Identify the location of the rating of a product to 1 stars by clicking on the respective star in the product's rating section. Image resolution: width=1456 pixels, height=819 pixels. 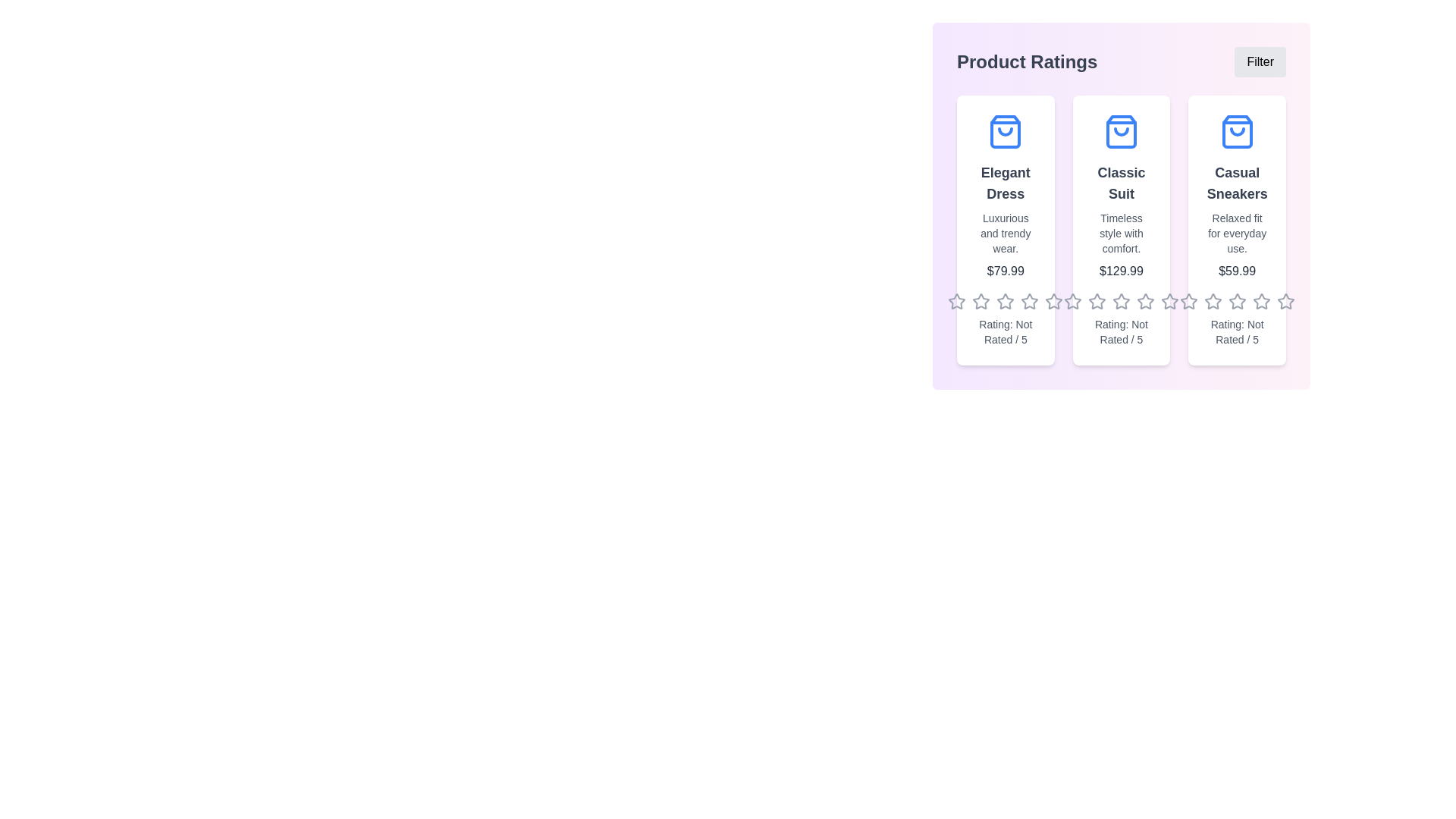
(956, 301).